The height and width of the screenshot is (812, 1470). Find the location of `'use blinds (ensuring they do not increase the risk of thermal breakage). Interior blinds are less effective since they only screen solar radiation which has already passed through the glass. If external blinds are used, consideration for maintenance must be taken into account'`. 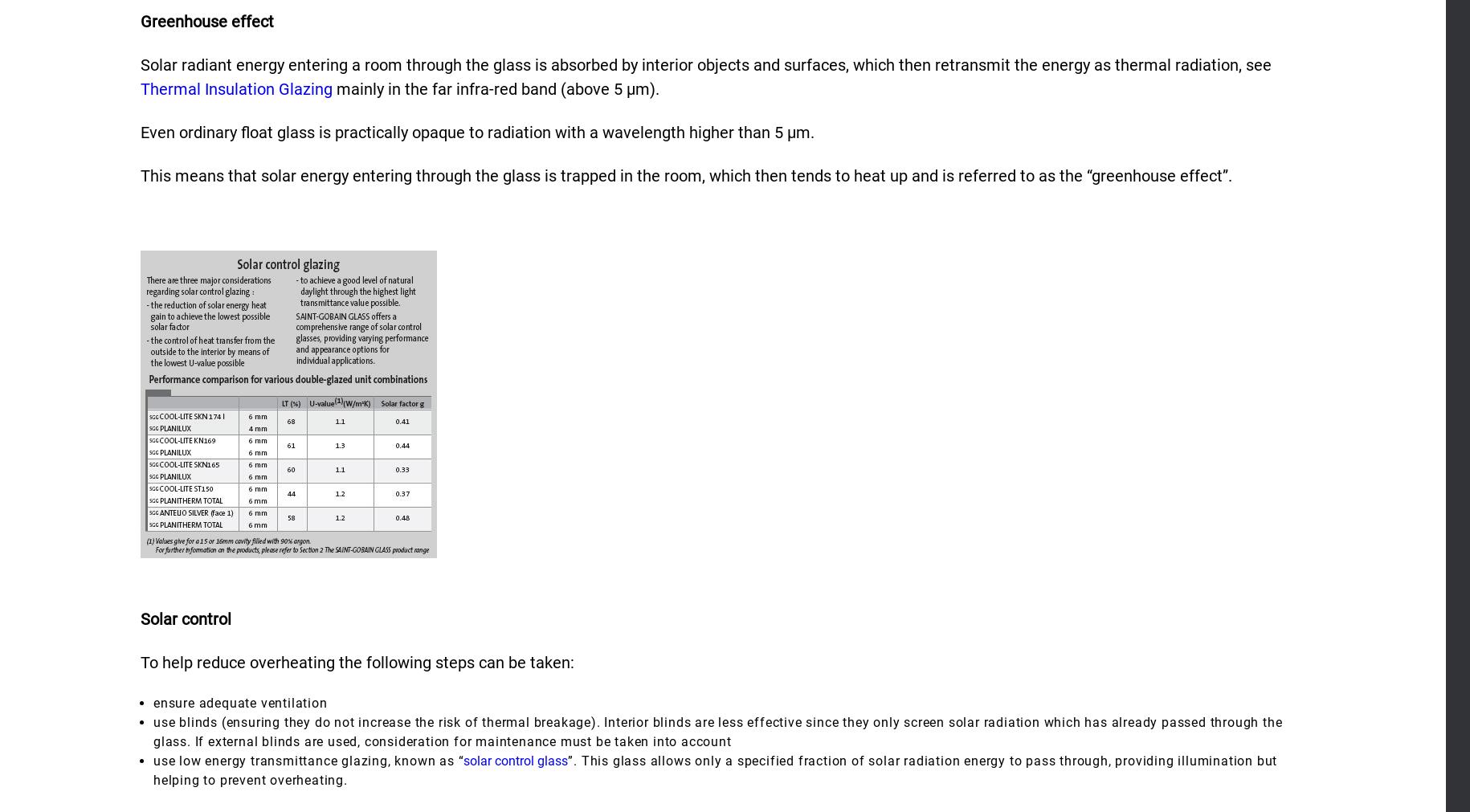

'use blinds (ensuring they do not increase the risk of thermal breakage). Interior blinds are less effective since they only screen solar radiation which has already passed through the glass. If external blinds are used, consideration for maintenance must be taken into account' is located at coordinates (153, 731).